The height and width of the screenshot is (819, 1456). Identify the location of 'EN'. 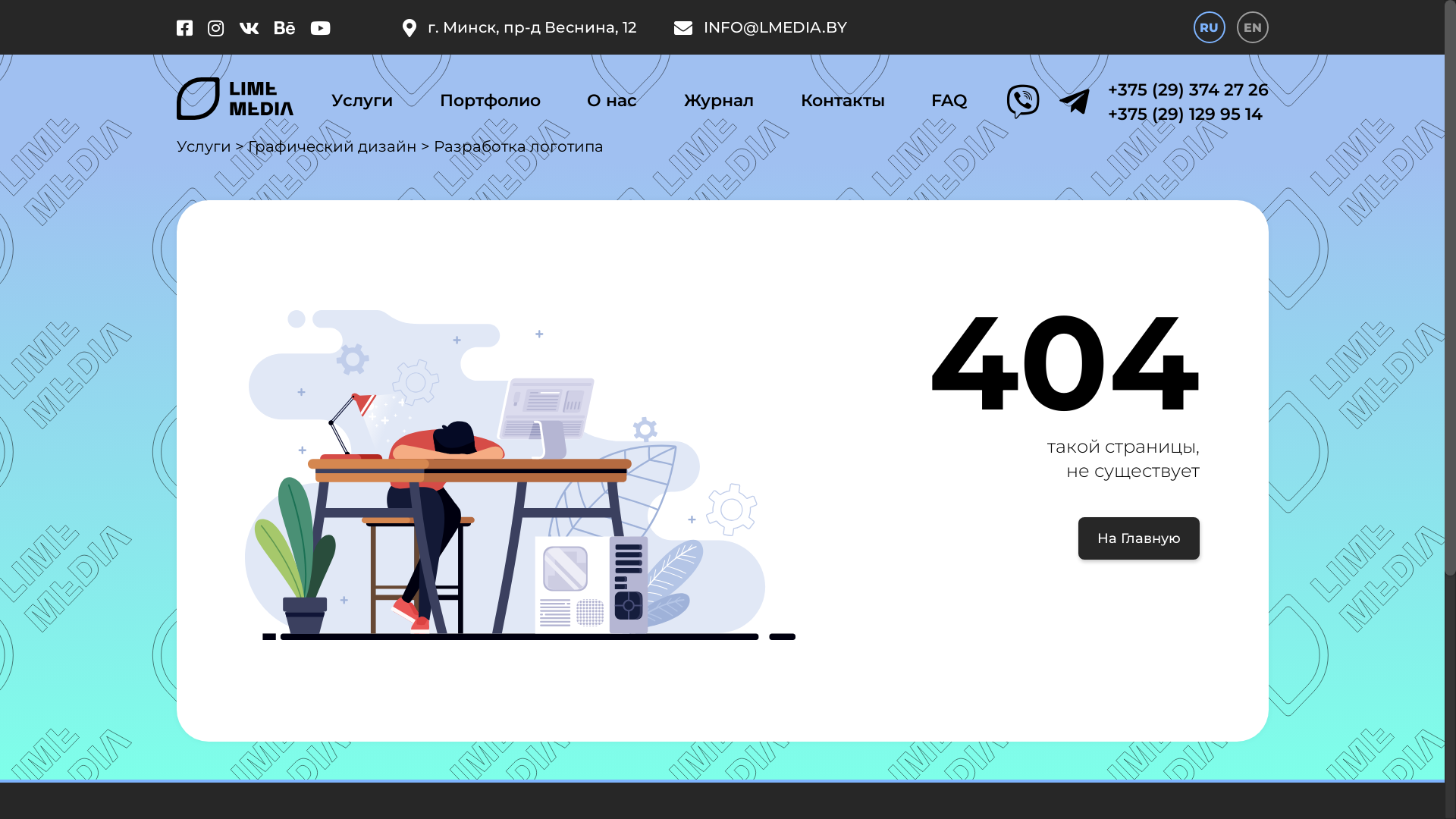
(1252, 27).